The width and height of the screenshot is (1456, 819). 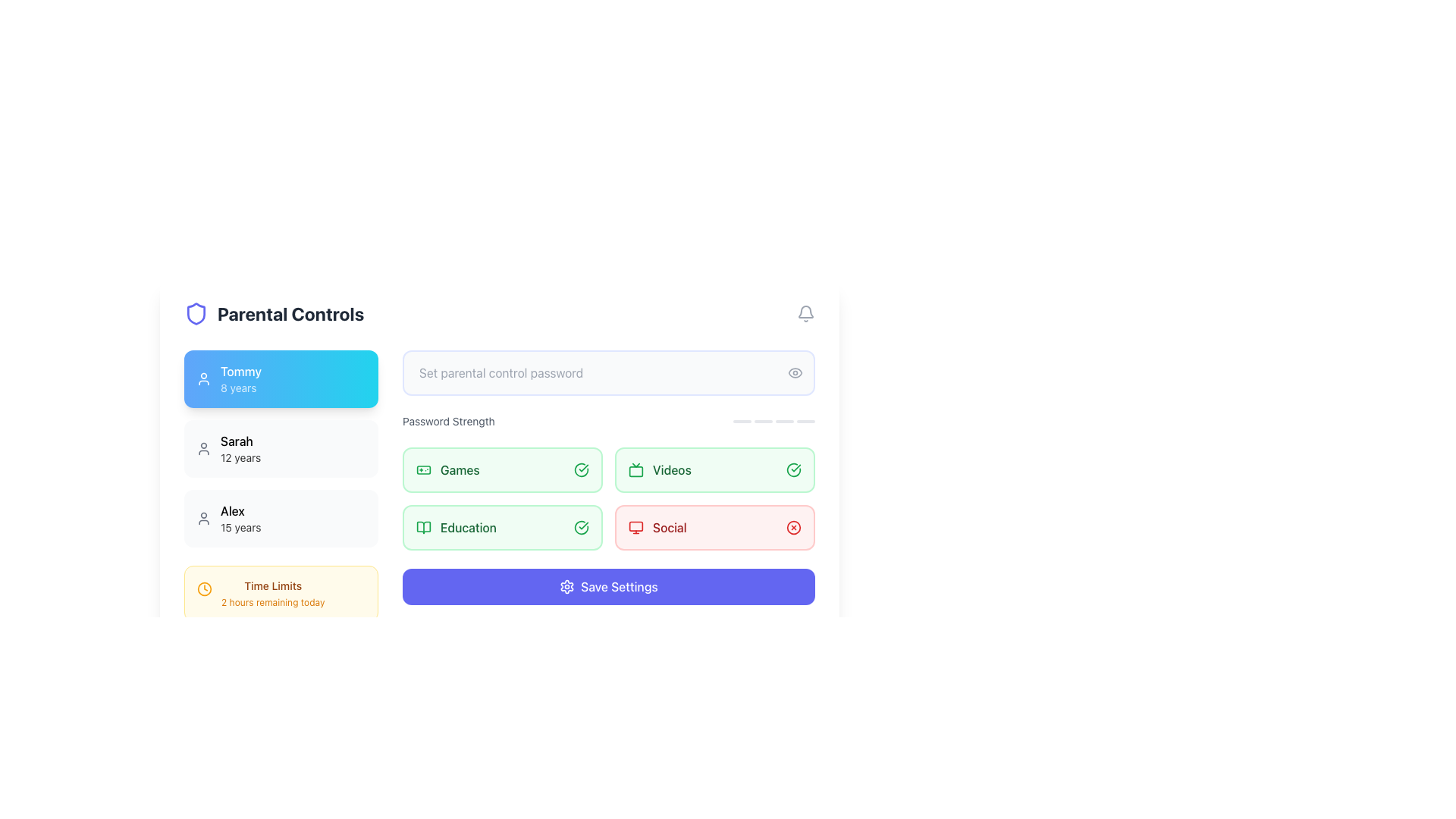 What do you see at coordinates (499, 461) in the screenshot?
I see `the selectable option card for game access in the parental controls interface, located at the top-left cell under the 'Password Strength' section` at bounding box center [499, 461].